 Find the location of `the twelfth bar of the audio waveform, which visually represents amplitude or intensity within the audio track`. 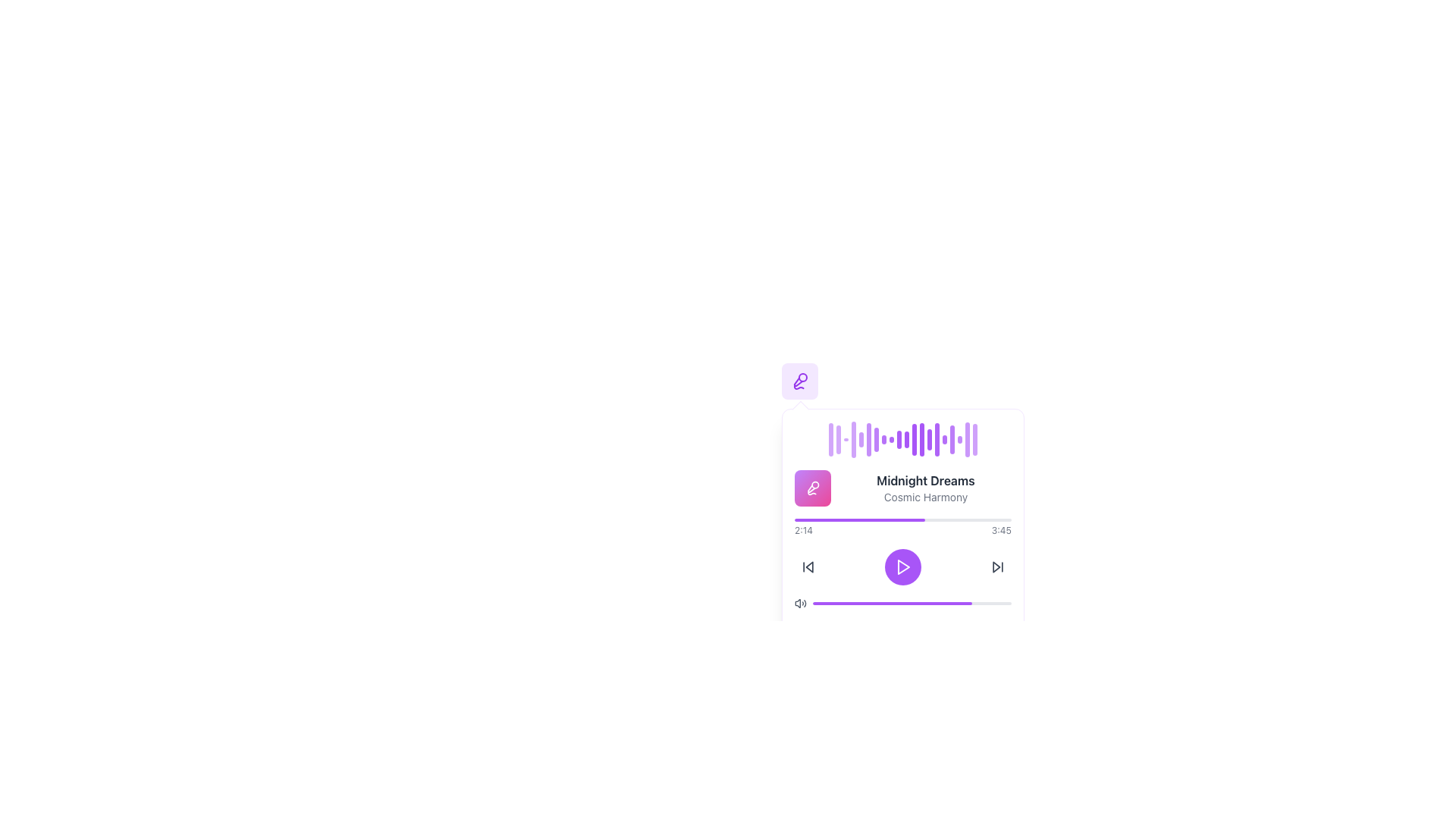

the twelfth bar of the audio waveform, which visually represents amplitude or intensity within the audio track is located at coordinates (906, 439).